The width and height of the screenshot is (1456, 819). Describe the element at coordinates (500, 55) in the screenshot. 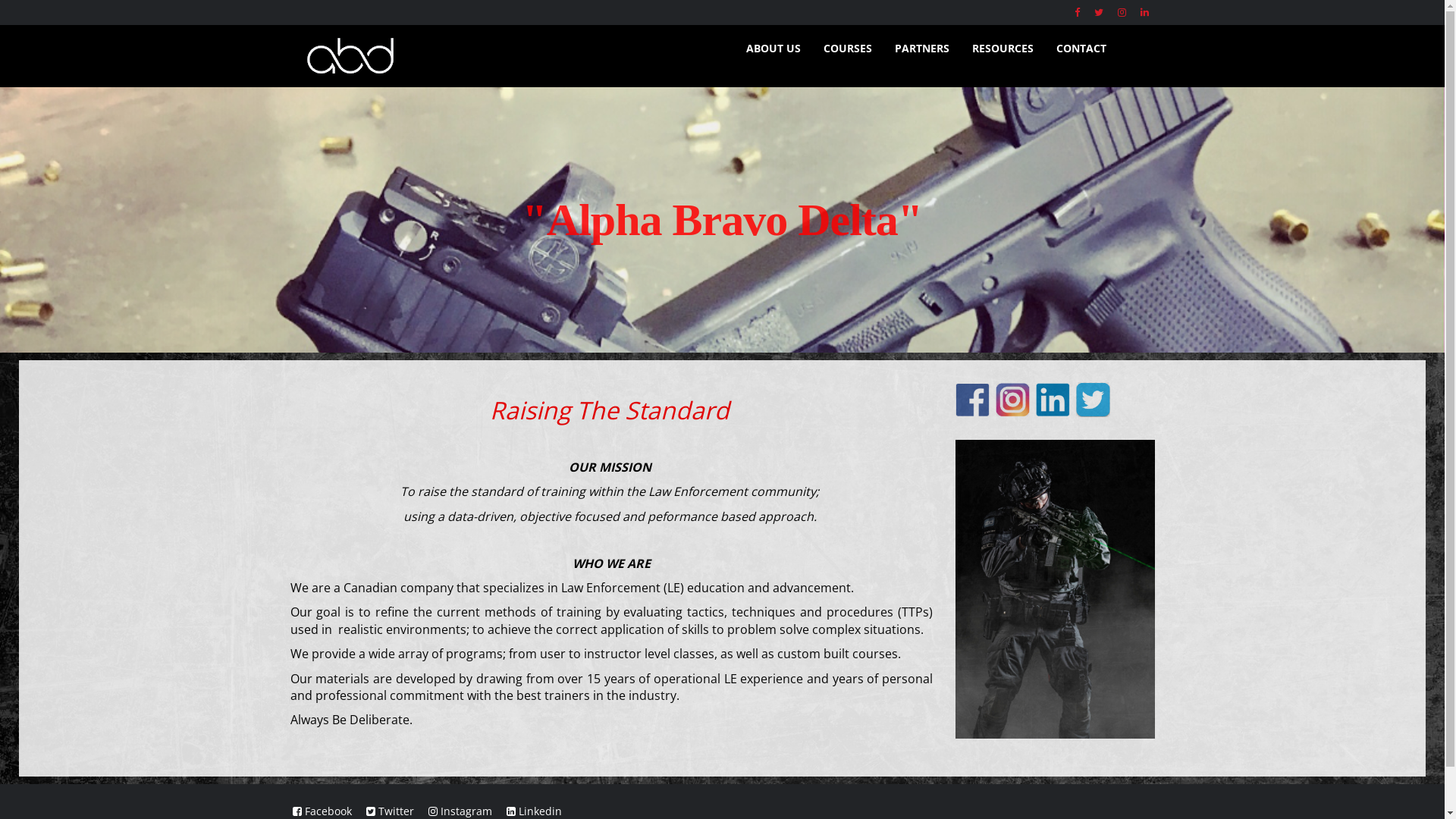

I see `'ABD Concepts.ca'` at that location.